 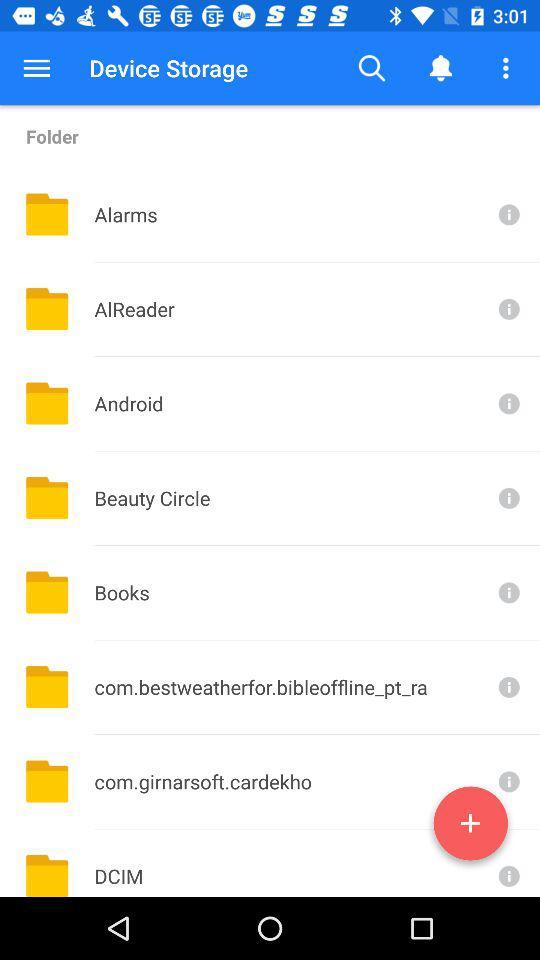 What do you see at coordinates (507, 687) in the screenshot?
I see `see more info` at bounding box center [507, 687].